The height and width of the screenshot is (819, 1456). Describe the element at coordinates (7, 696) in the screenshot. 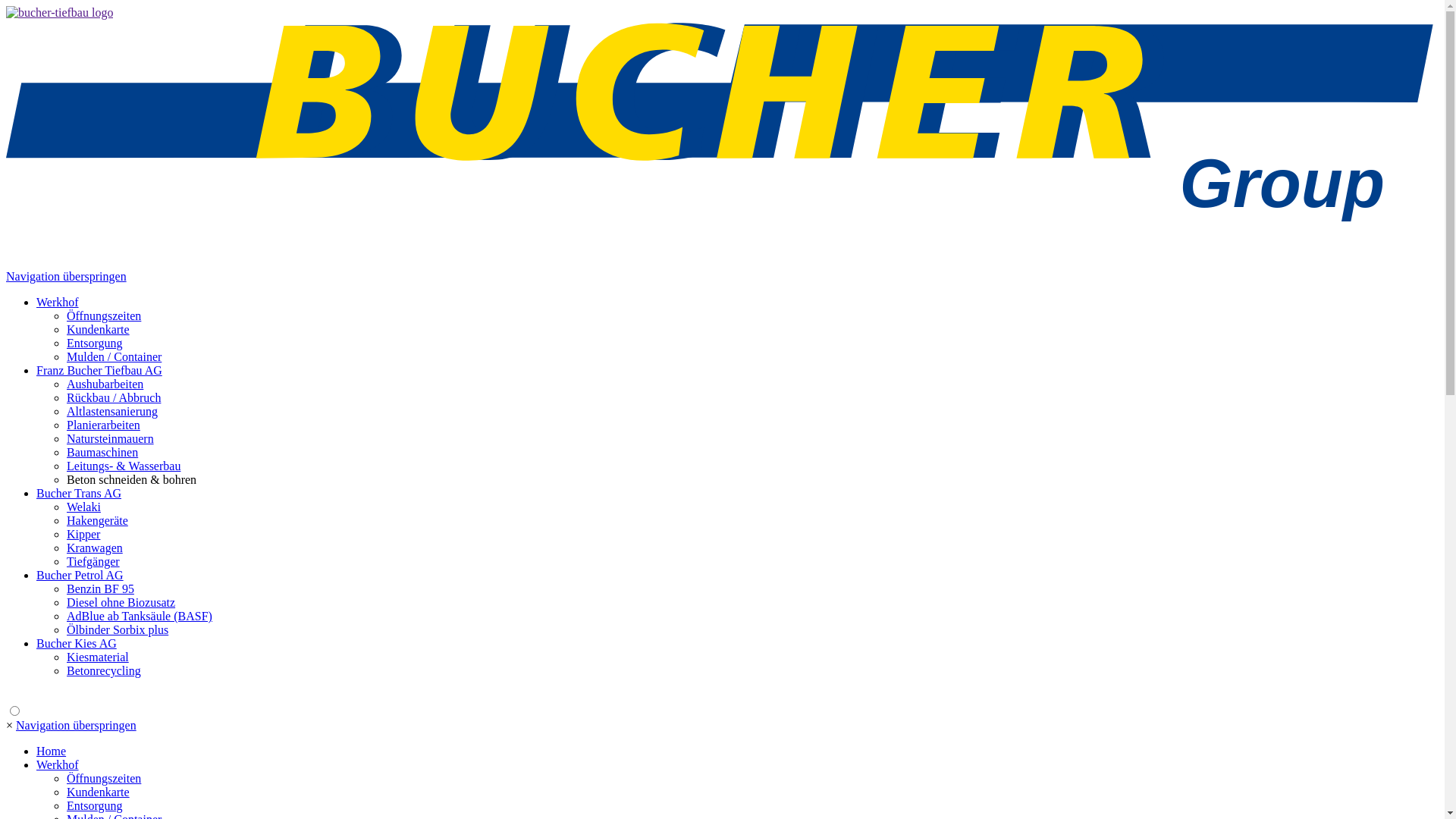

I see `' '` at that location.